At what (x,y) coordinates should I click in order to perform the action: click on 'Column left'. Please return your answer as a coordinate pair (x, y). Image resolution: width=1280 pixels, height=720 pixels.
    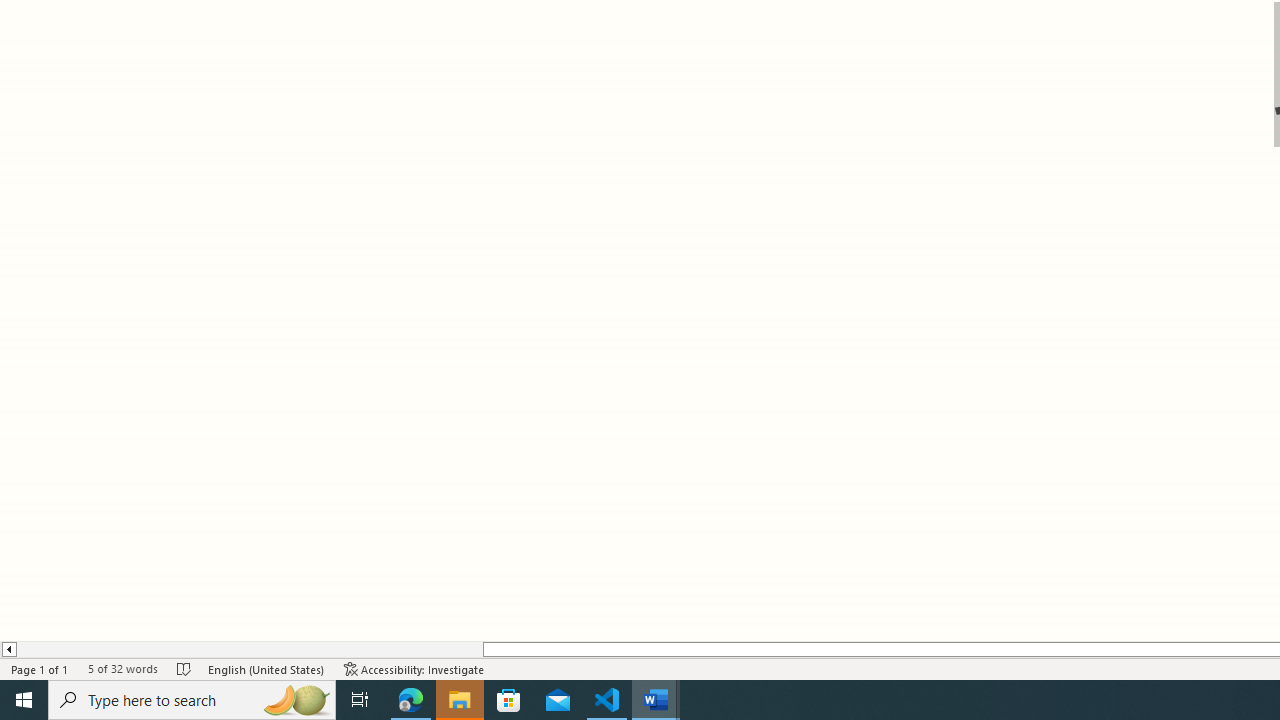
    Looking at the image, I should click on (8, 649).